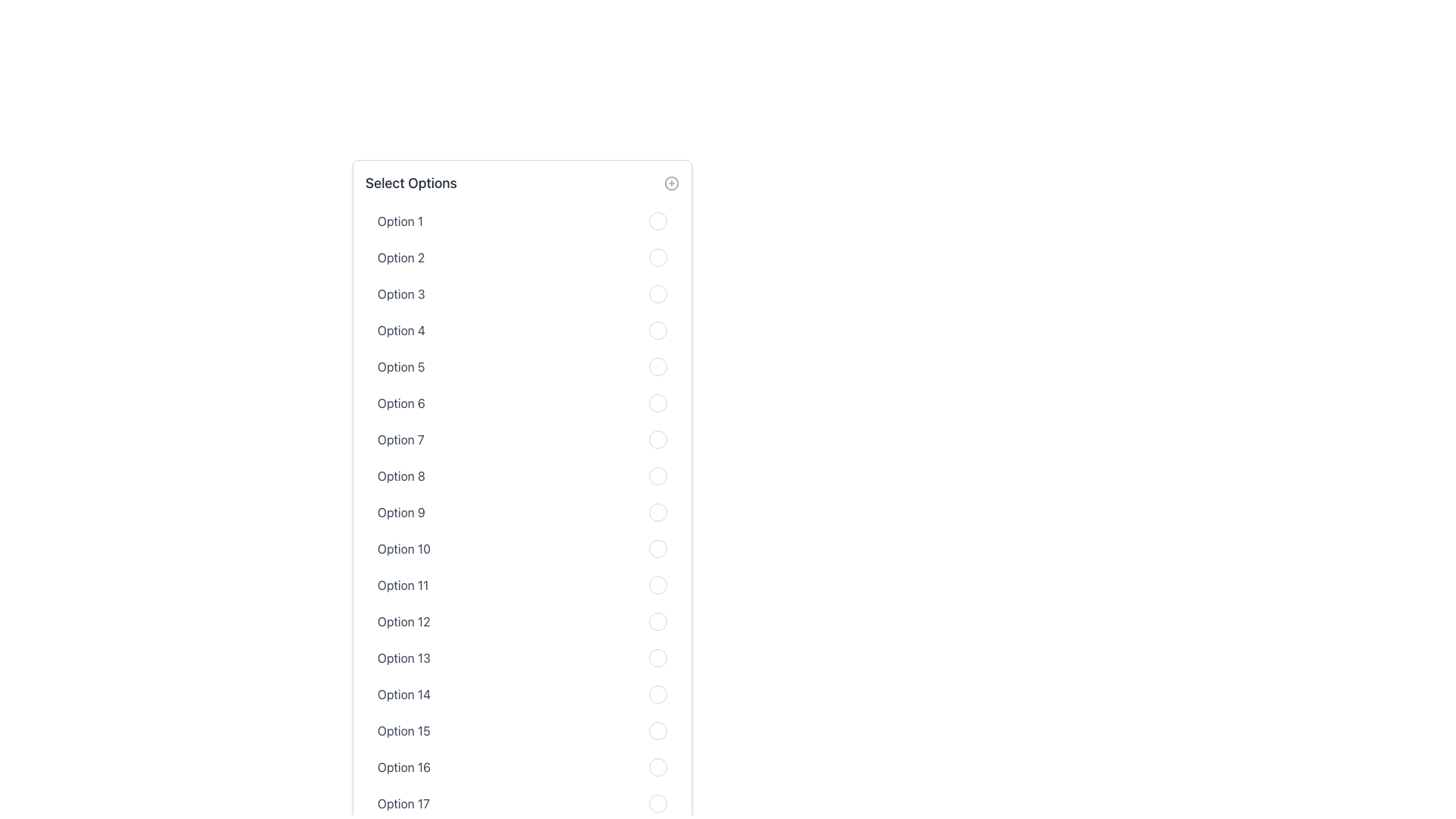 This screenshot has width=1456, height=819. What do you see at coordinates (522, 730) in the screenshot?
I see `the radio button labeled 'Option 15'` at bounding box center [522, 730].